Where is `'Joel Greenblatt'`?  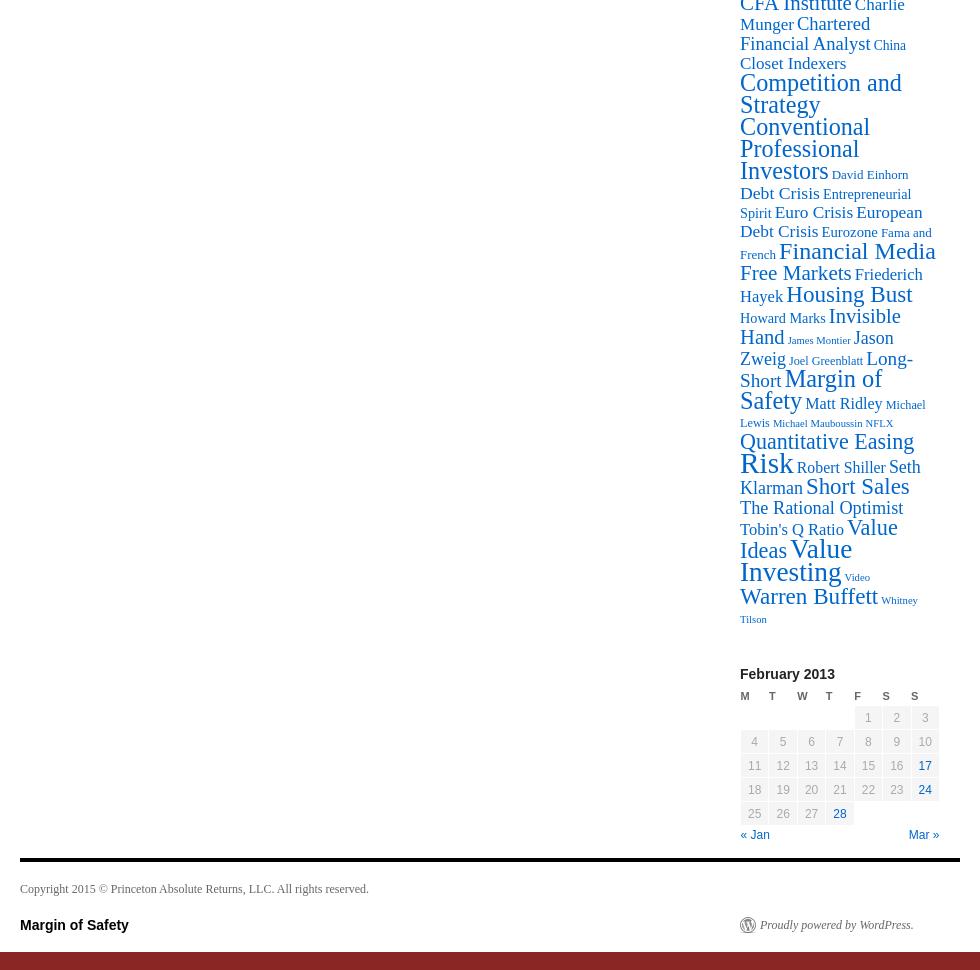
'Joel Greenblatt' is located at coordinates (825, 360).